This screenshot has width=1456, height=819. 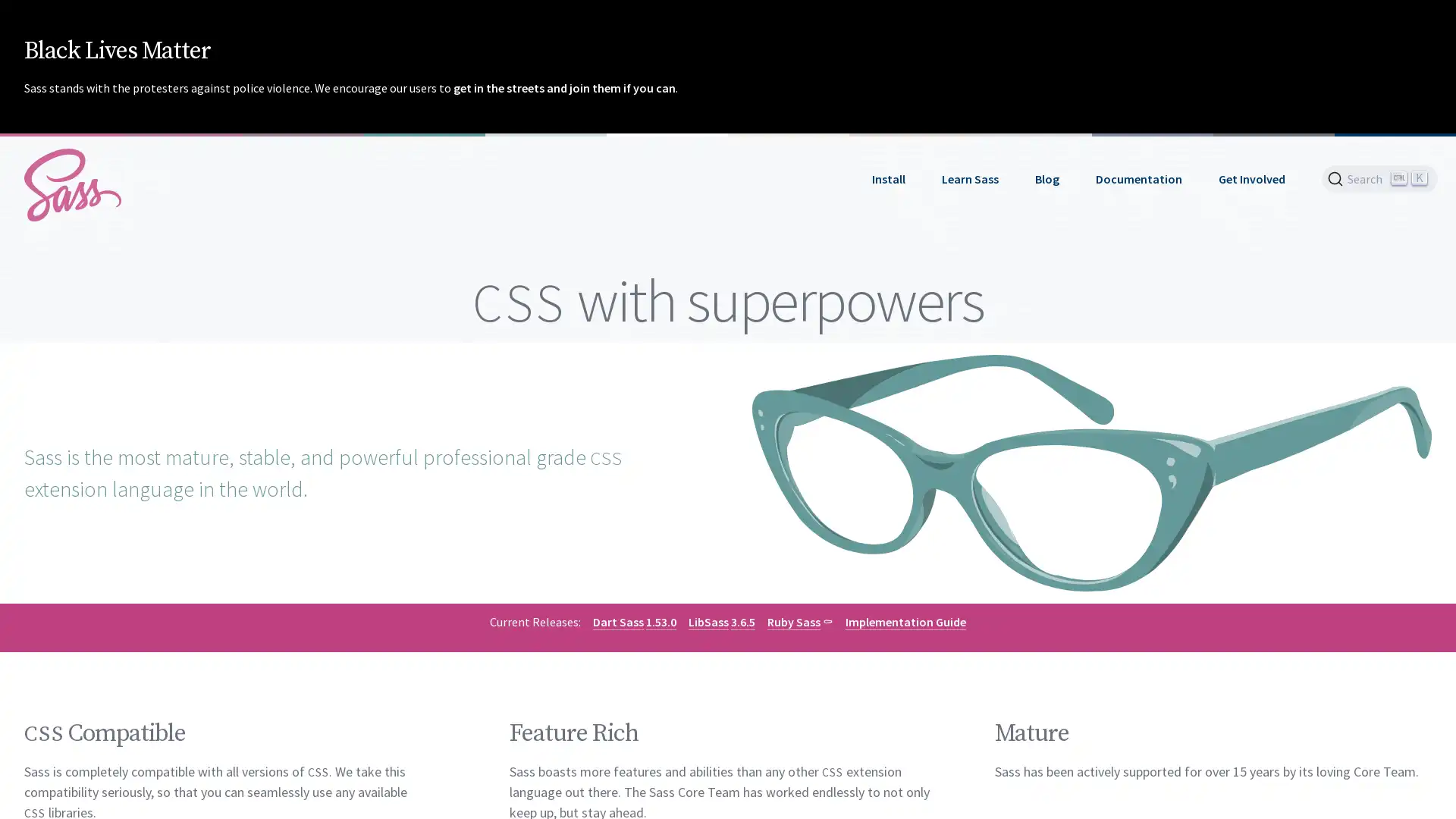 What do you see at coordinates (1379, 177) in the screenshot?
I see `Search` at bounding box center [1379, 177].